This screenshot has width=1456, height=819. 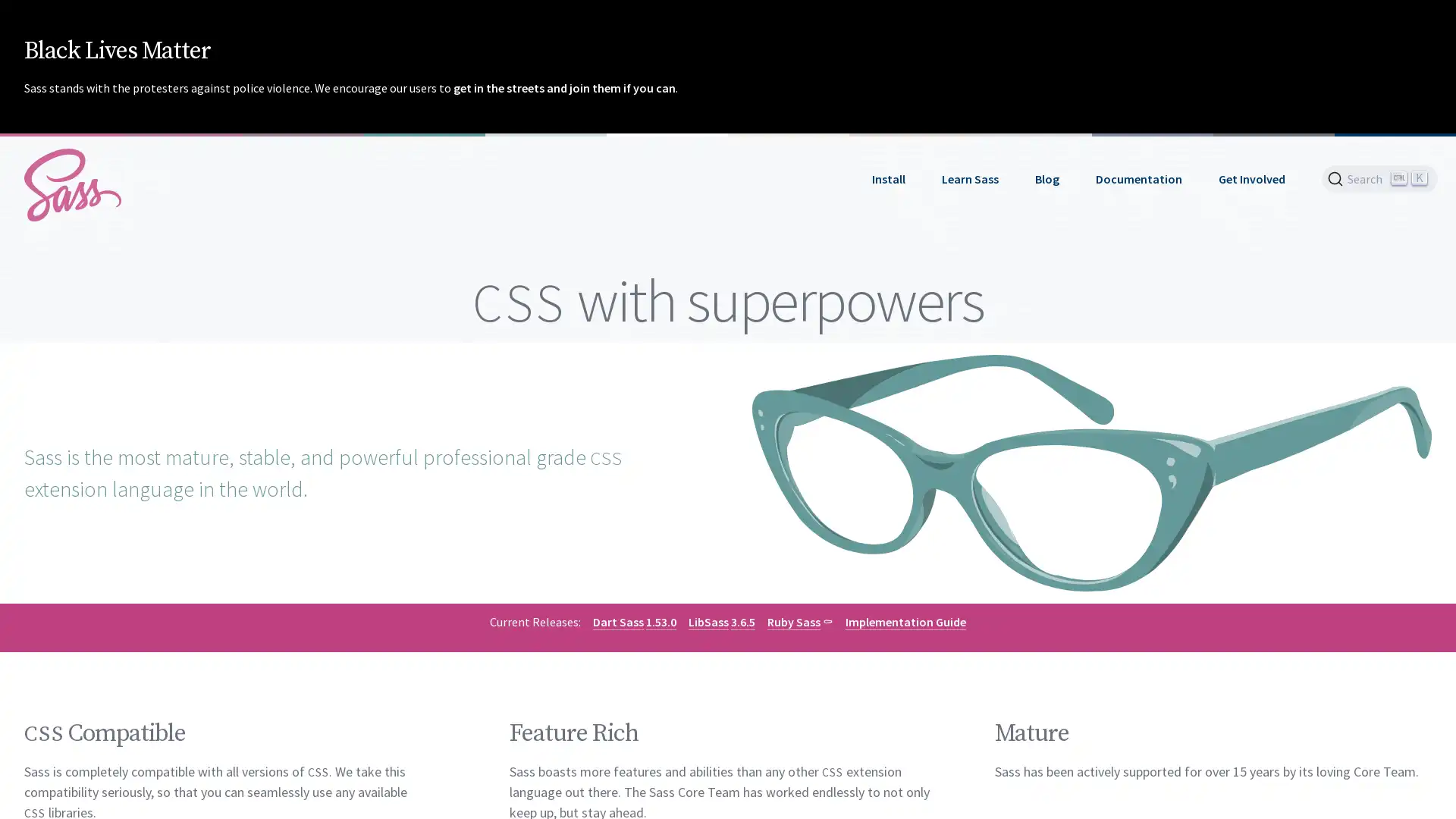 What do you see at coordinates (1379, 177) in the screenshot?
I see `Search` at bounding box center [1379, 177].